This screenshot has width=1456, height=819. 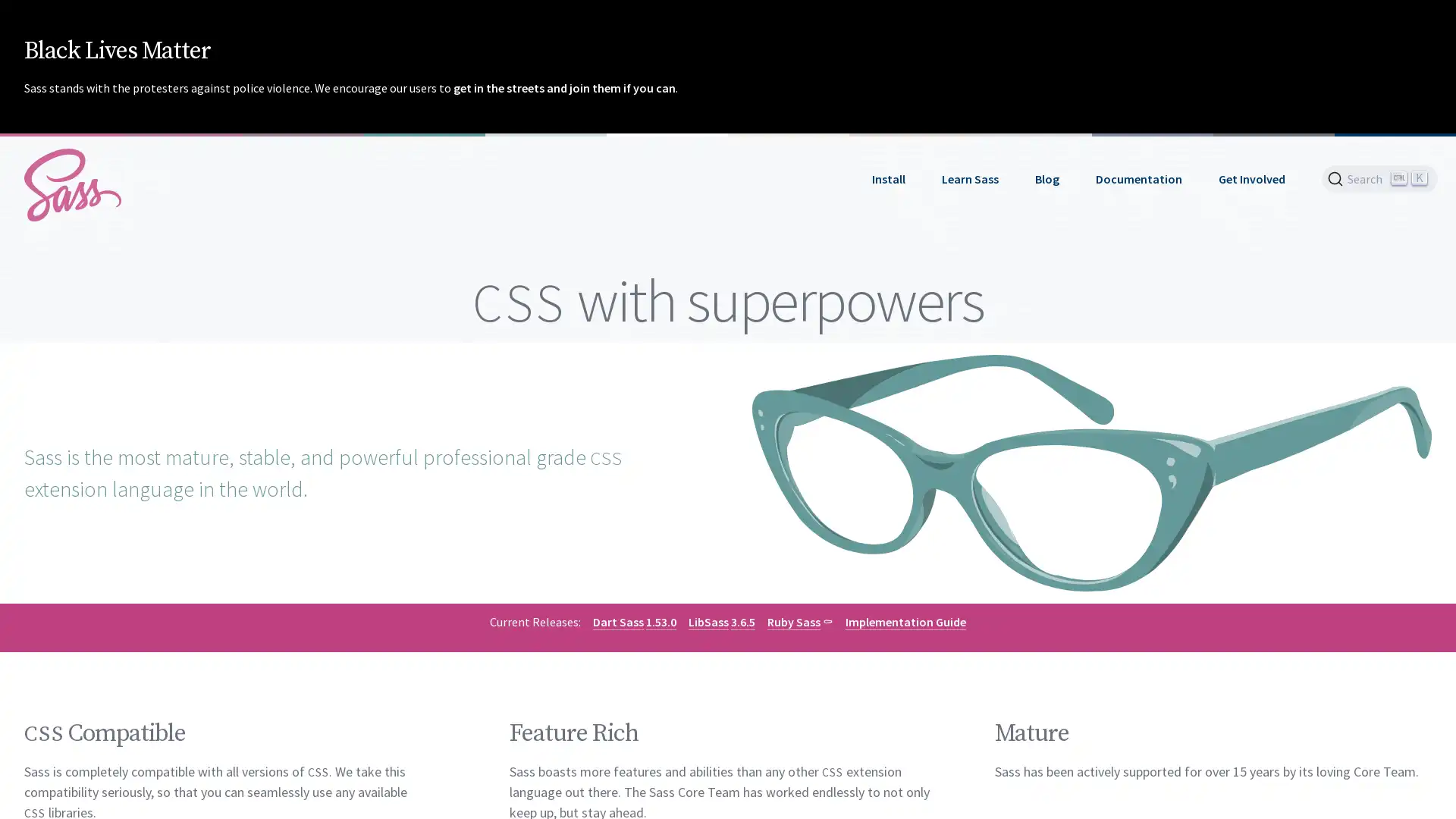 What do you see at coordinates (1379, 177) in the screenshot?
I see `Search` at bounding box center [1379, 177].